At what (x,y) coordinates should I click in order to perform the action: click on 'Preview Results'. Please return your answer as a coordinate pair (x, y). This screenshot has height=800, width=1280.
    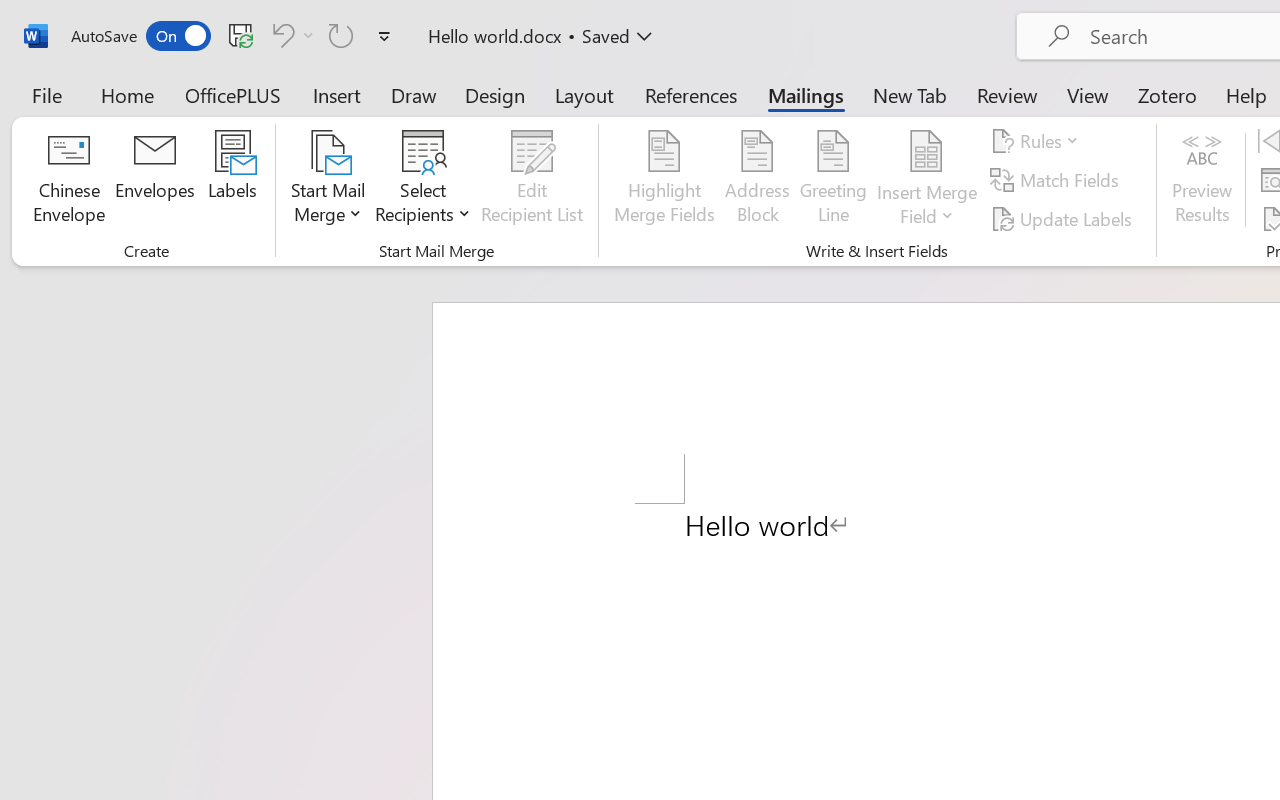
    Looking at the image, I should click on (1201, 179).